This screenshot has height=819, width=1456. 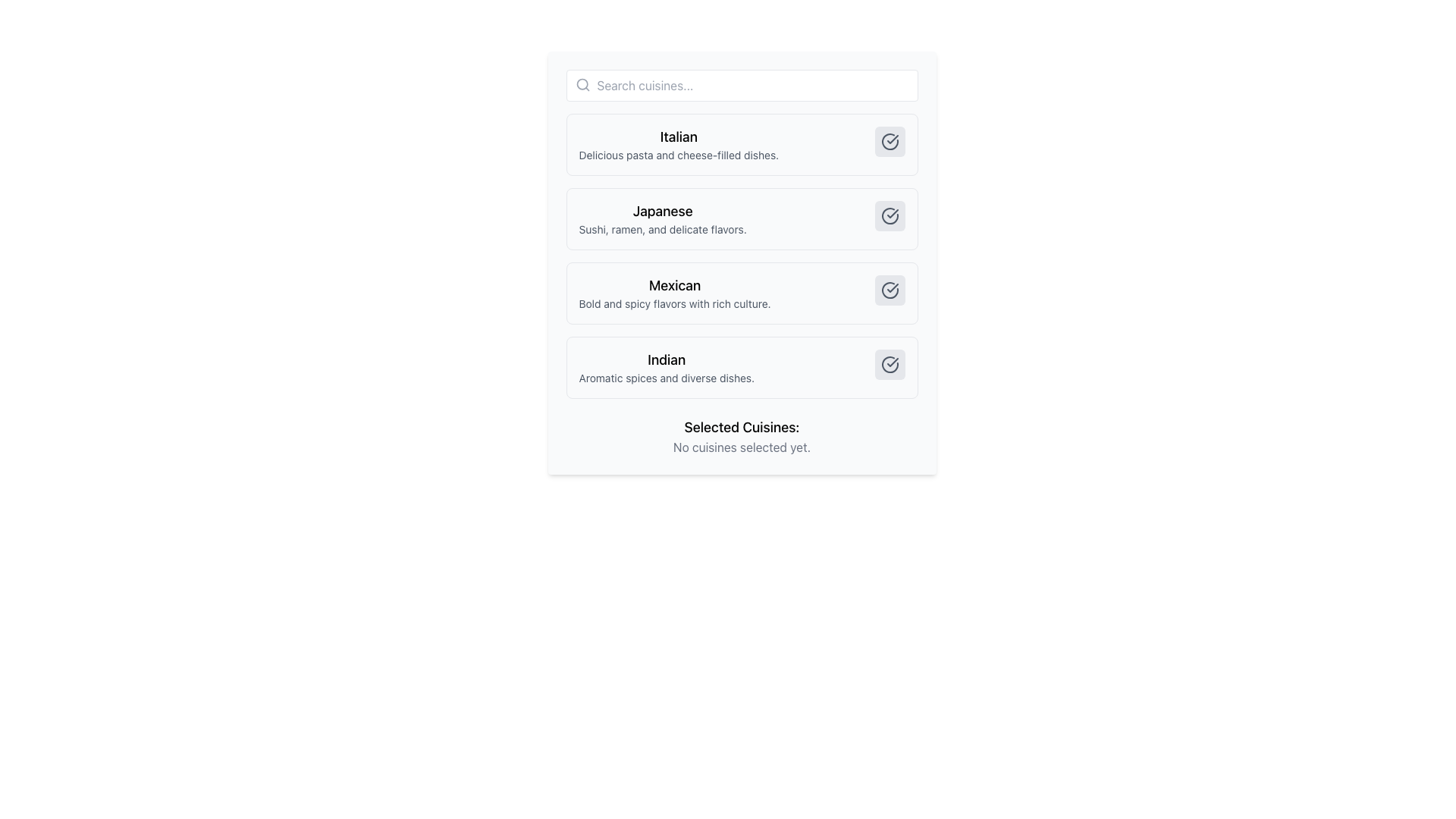 What do you see at coordinates (742, 145) in the screenshot?
I see `the first selectable list item labeled 'Italian' in the cuisine menu` at bounding box center [742, 145].